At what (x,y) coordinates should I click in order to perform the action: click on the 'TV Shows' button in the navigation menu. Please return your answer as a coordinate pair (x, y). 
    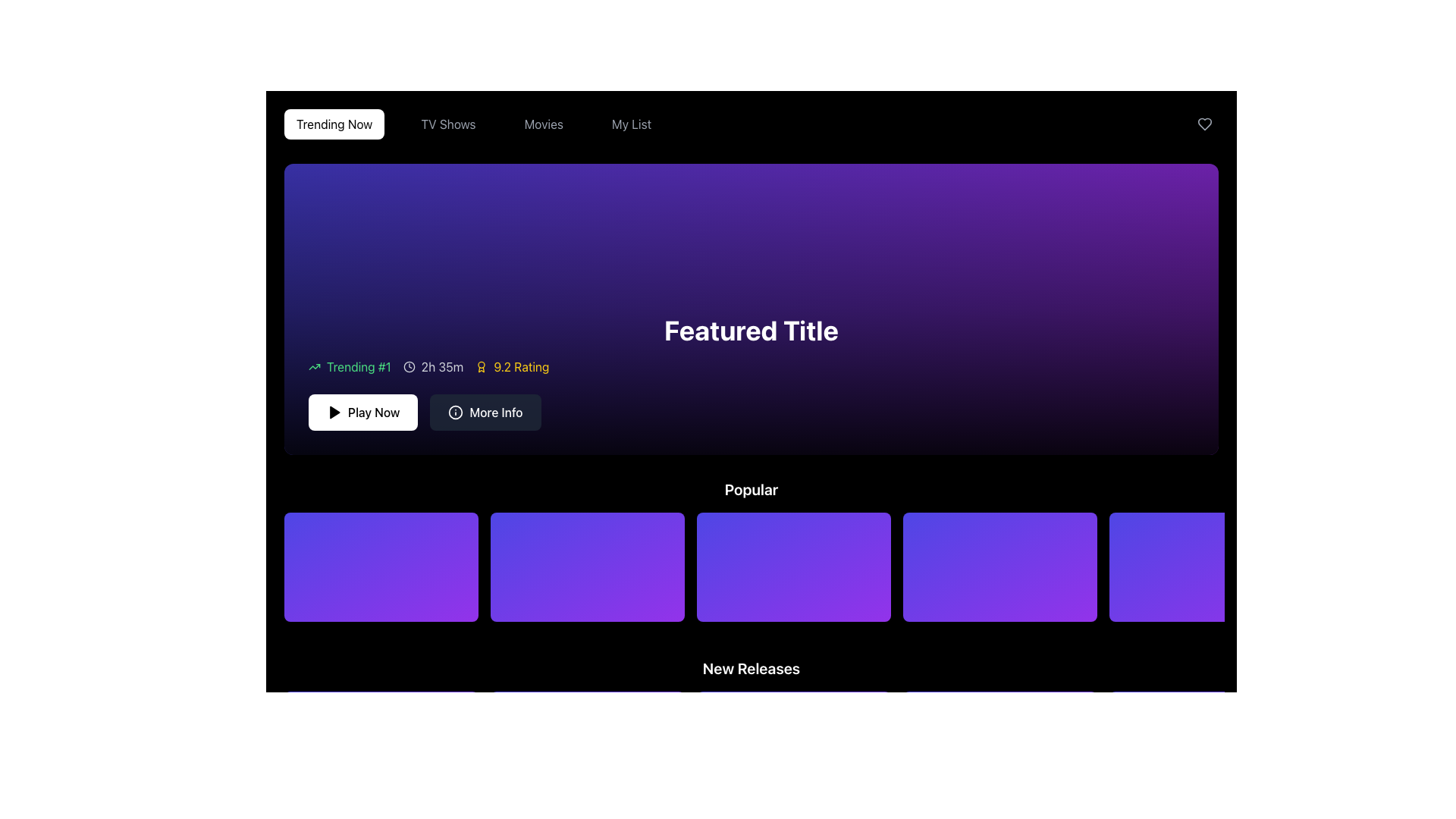
    Looking at the image, I should click on (447, 124).